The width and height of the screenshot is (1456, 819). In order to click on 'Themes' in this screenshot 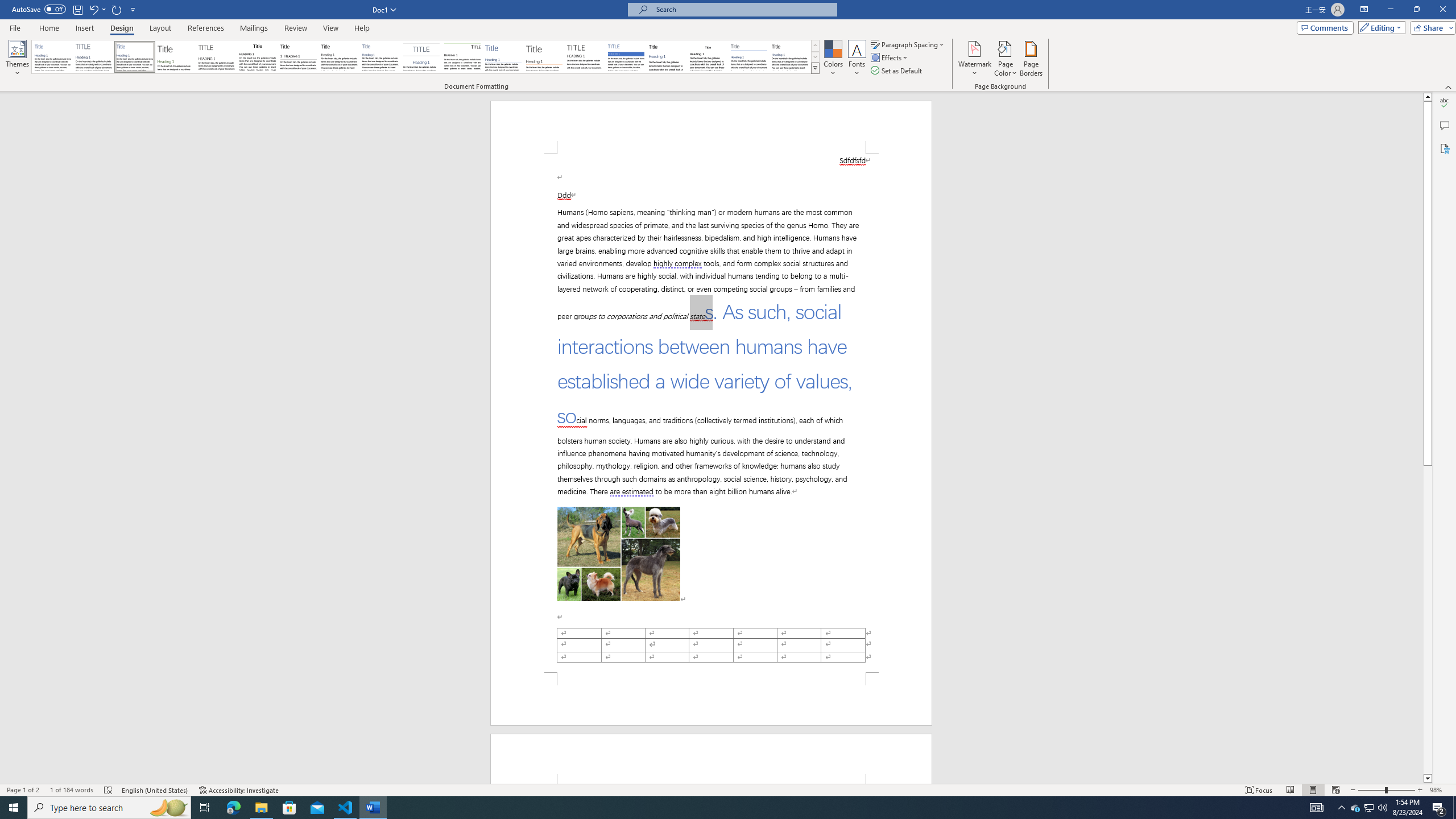, I will do `click(16, 59)`.